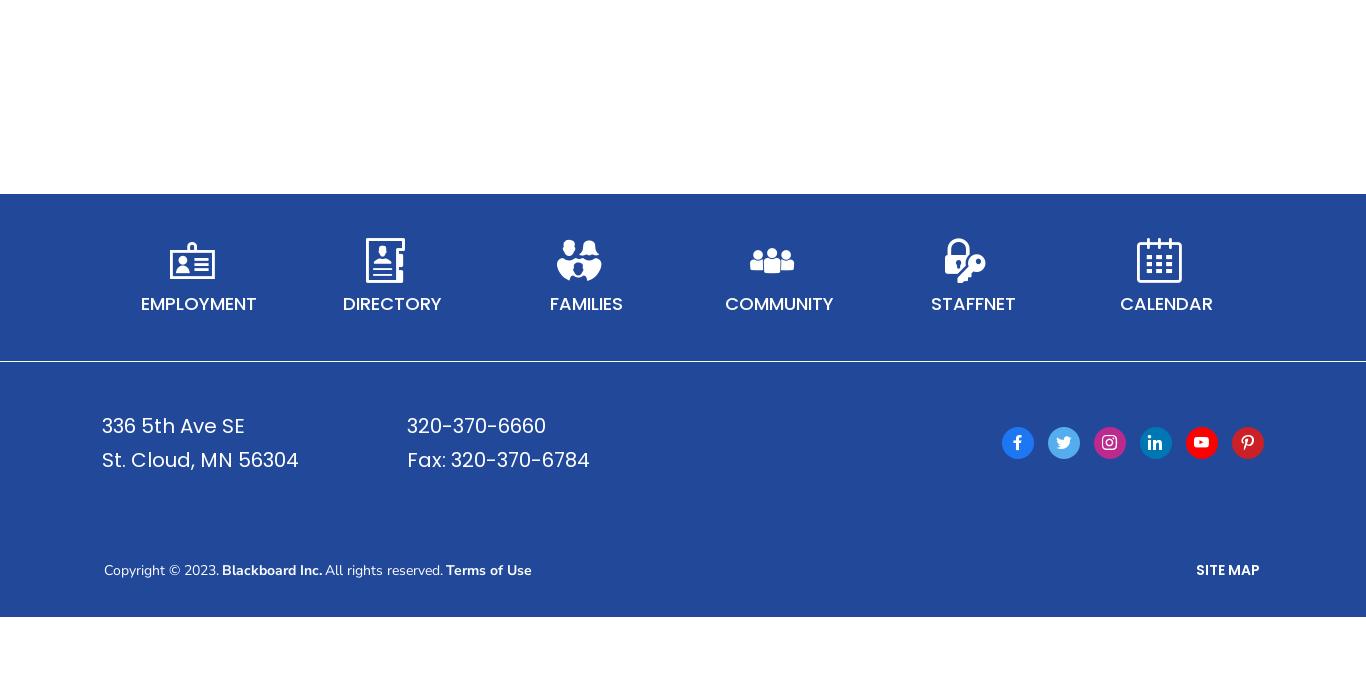  What do you see at coordinates (444, 597) in the screenshot?
I see `'Terms of Use'` at bounding box center [444, 597].